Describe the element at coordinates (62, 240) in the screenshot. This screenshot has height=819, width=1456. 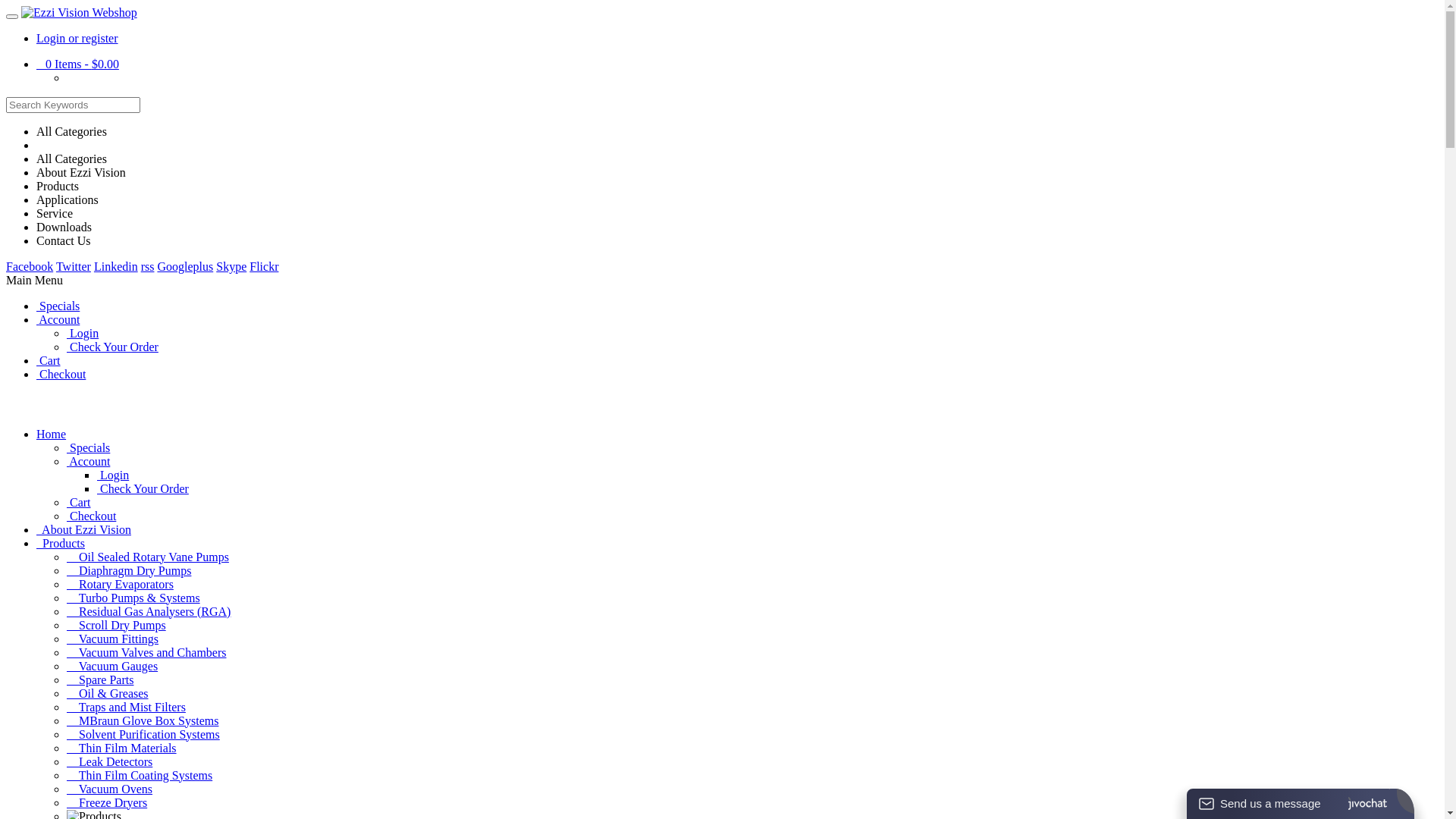
I see `'Contact Us'` at that location.